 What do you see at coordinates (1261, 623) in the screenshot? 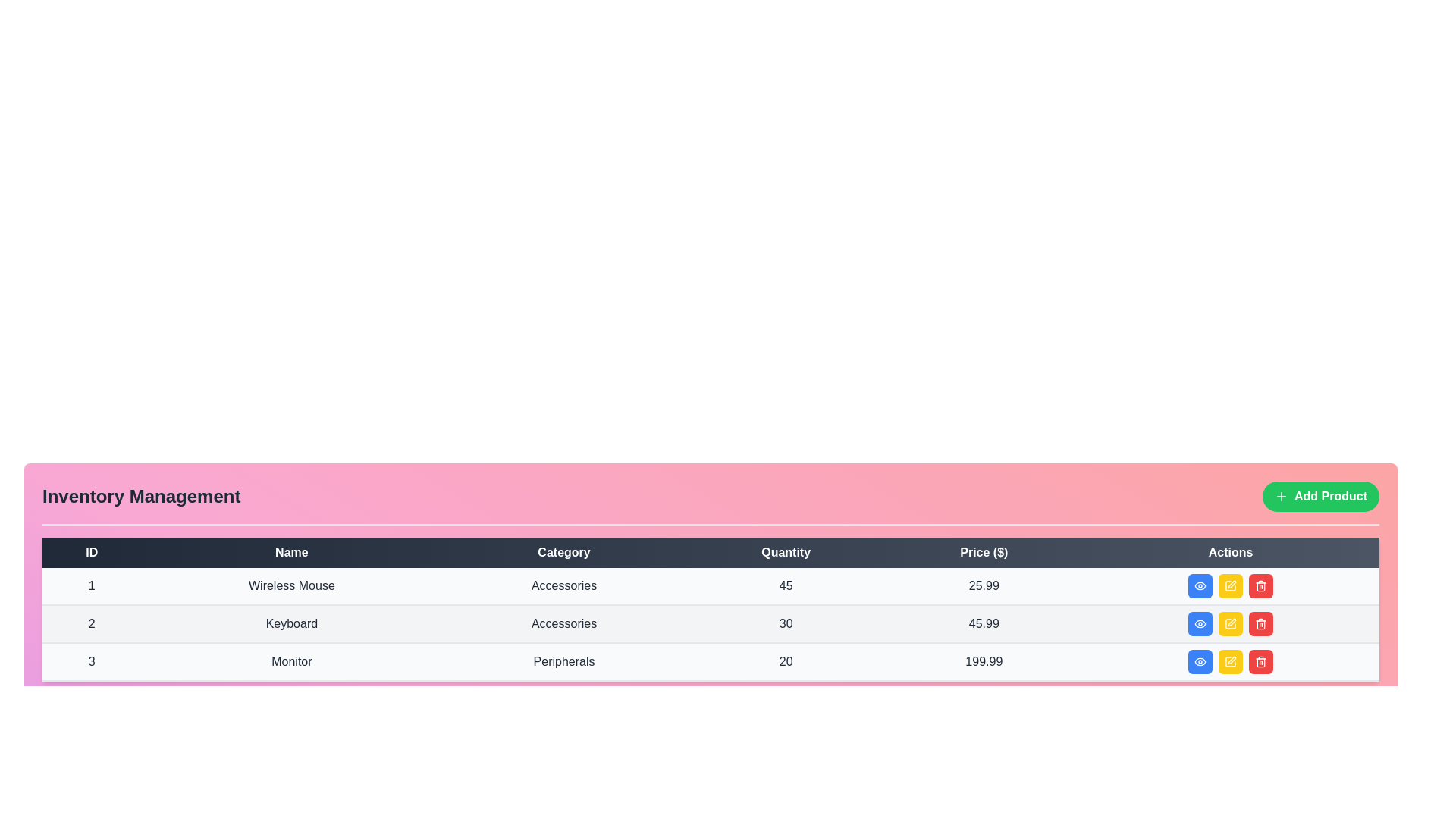
I see `the delete button located to the right of the yellow edit button in the action buttons set, aligned under the second row of the inventory table` at bounding box center [1261, 623].